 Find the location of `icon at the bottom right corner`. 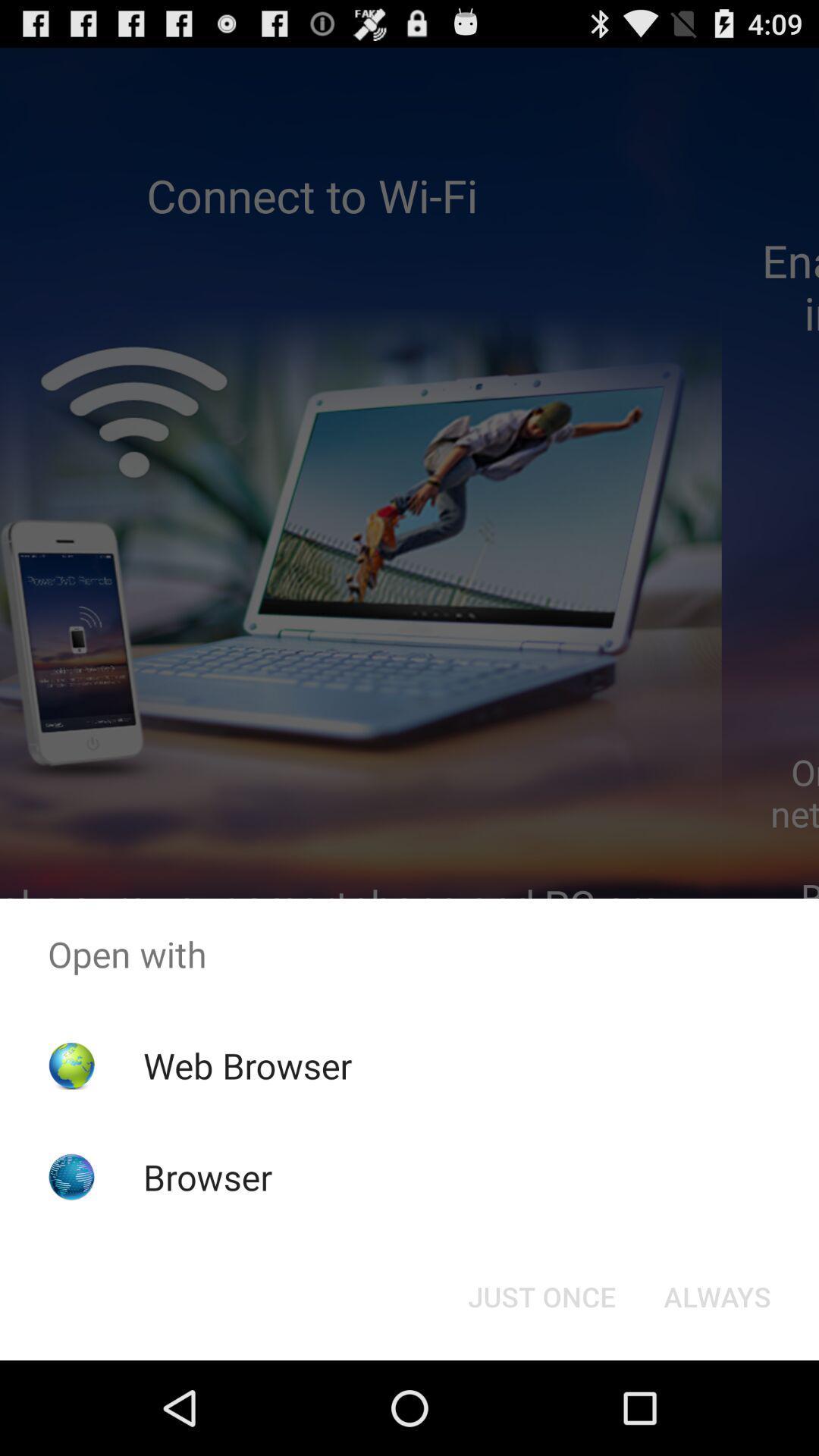

icon at the bottom right corner is located at coordinates (717, 1295).